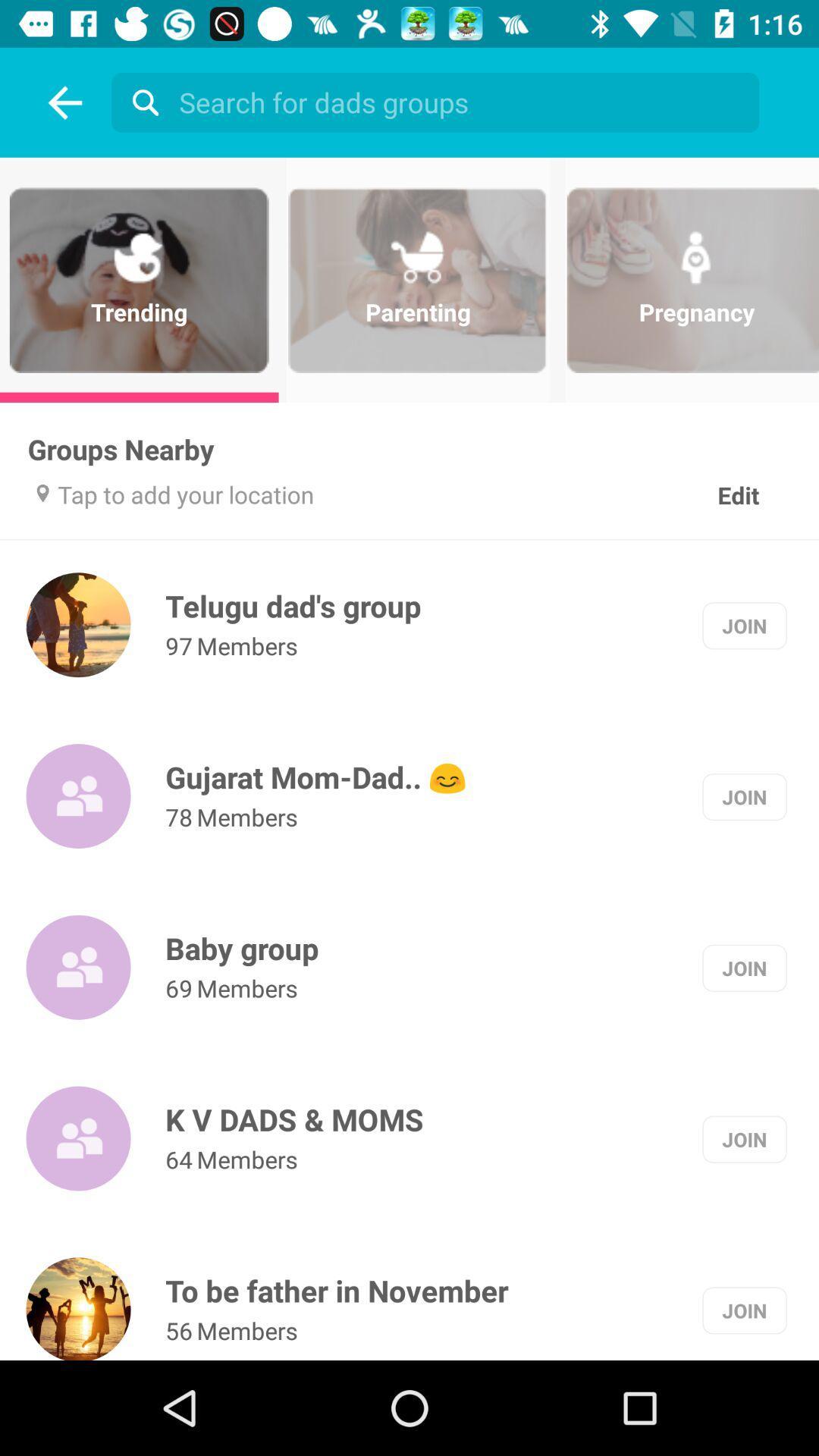 This screenshot has width=819, height=1456. I want to click on icon next to join item, so click(241, 947).